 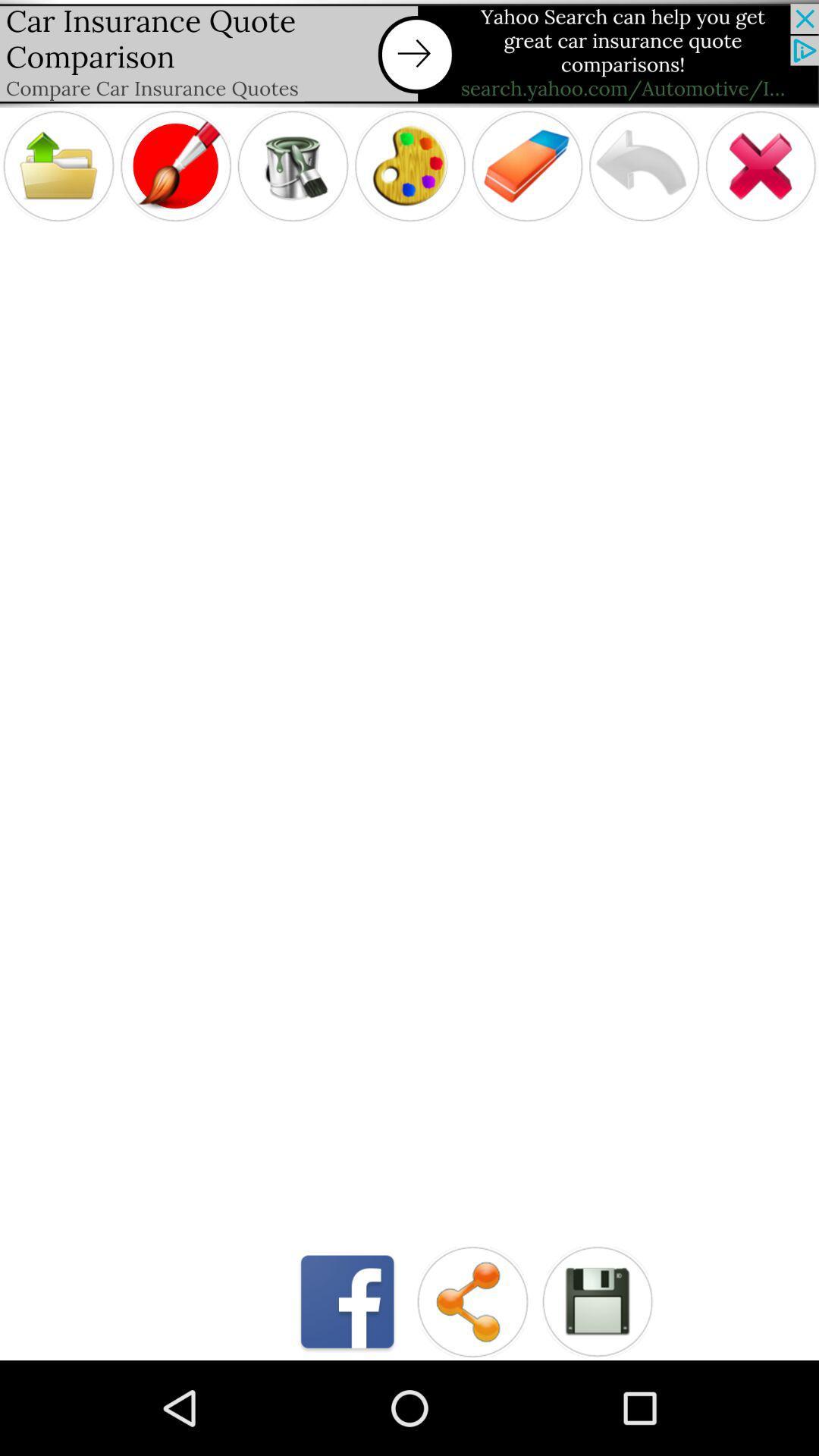 What do you see at coordinates (409, 166) in the screenshot?
I see `paint color` at bounding box center [409, 166].